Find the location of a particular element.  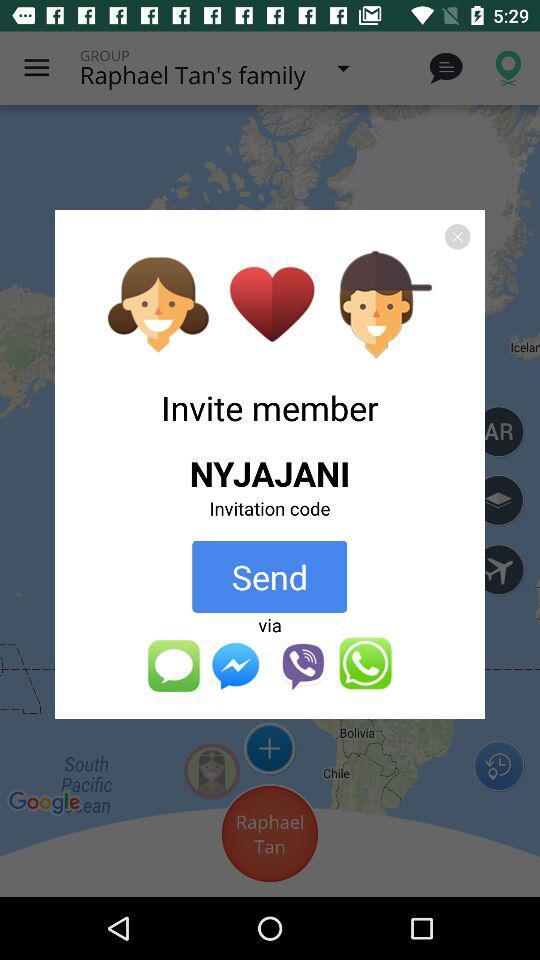

the icon at the bottom is located at coordinates (269, 665).